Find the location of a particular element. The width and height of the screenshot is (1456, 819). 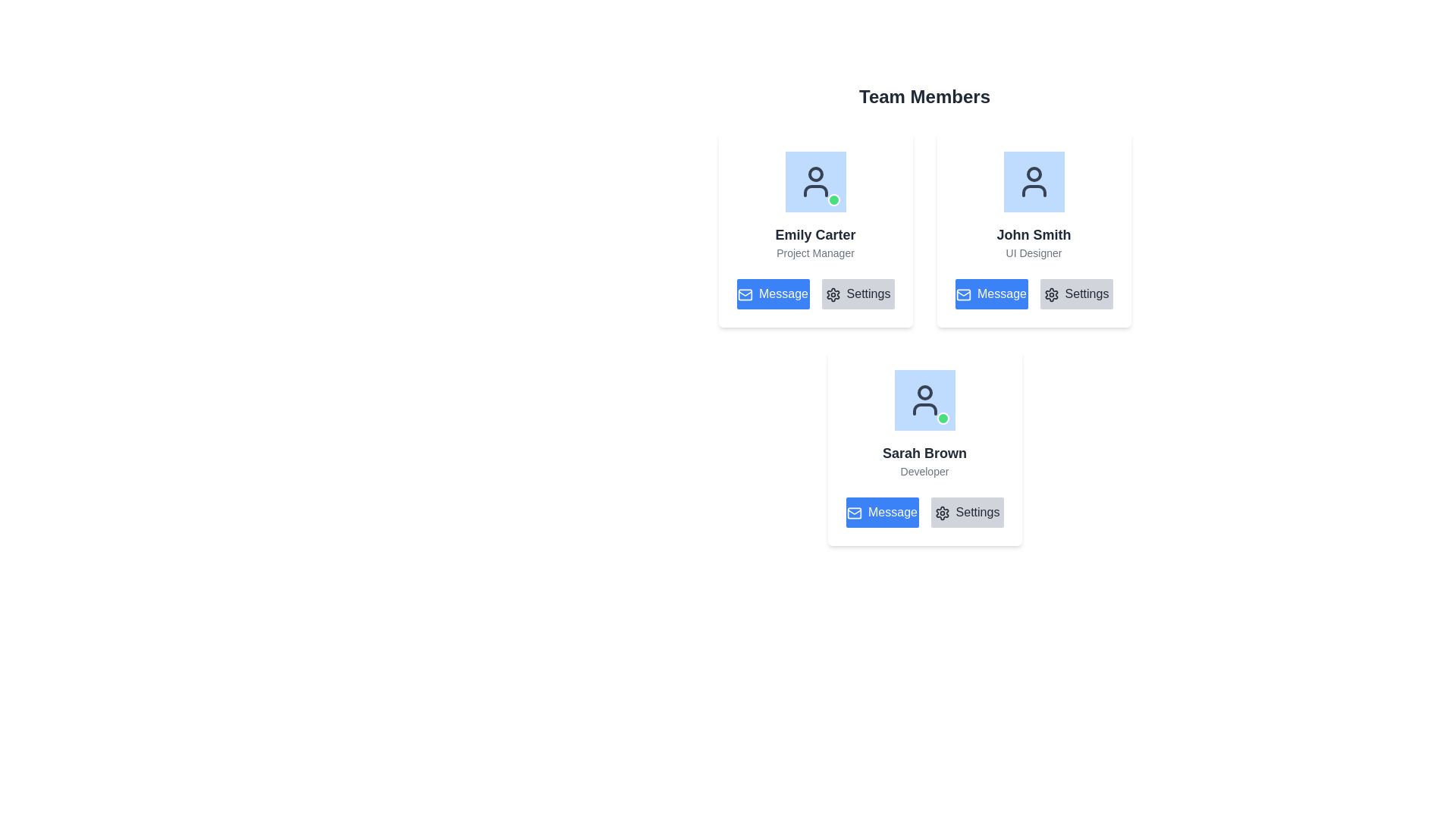

the blue 'Message' button with white text and an envelope icon, located below the 'Sarah Brown, Developer' card in the 'Team Members' section is located at coordinates (882, 512).